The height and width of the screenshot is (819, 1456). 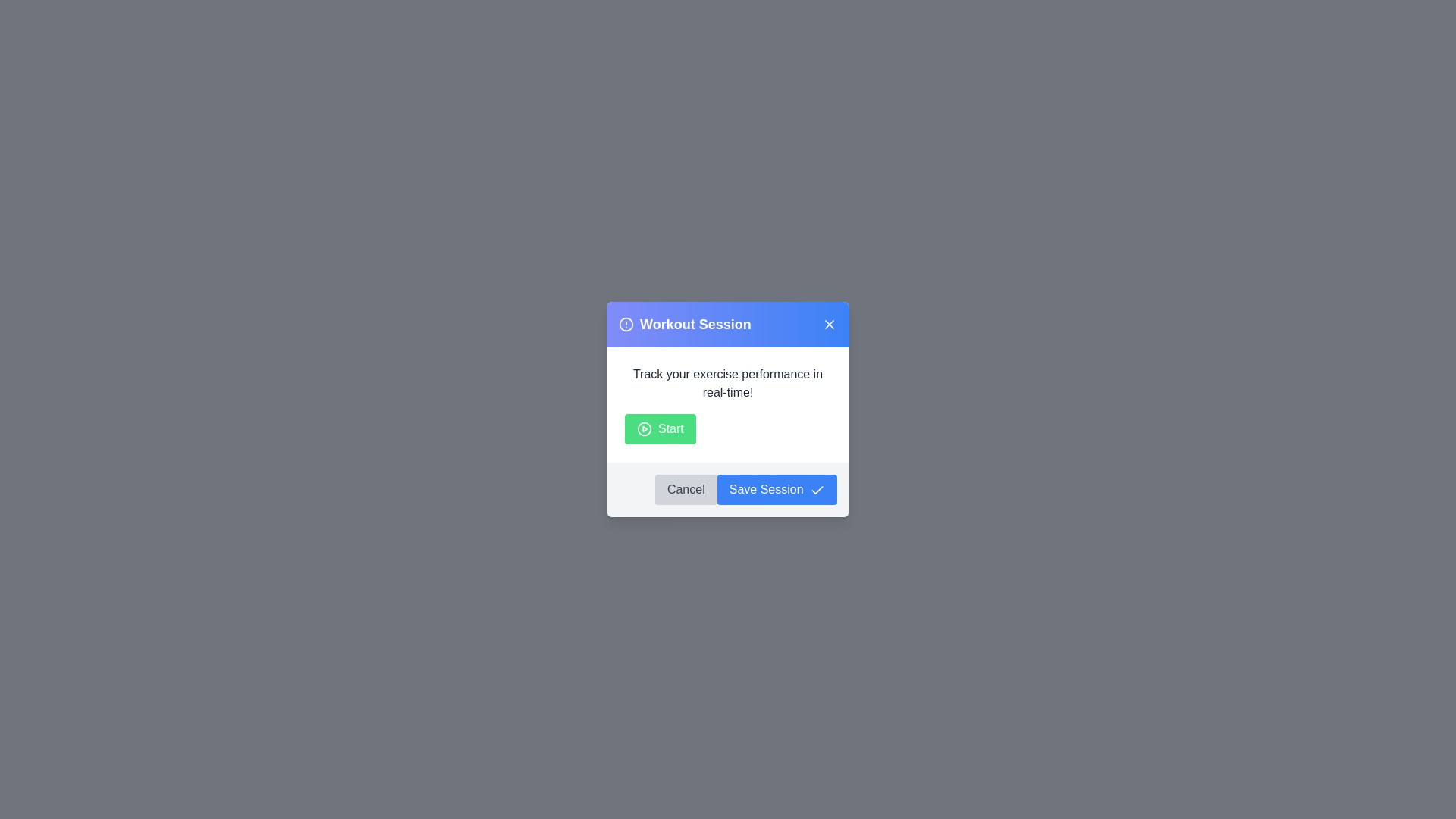 What do you see at coordinates (777, 489) in the screenshot?
I see `'Save Session' button to save the workout session` at bounding box center [777, 489].